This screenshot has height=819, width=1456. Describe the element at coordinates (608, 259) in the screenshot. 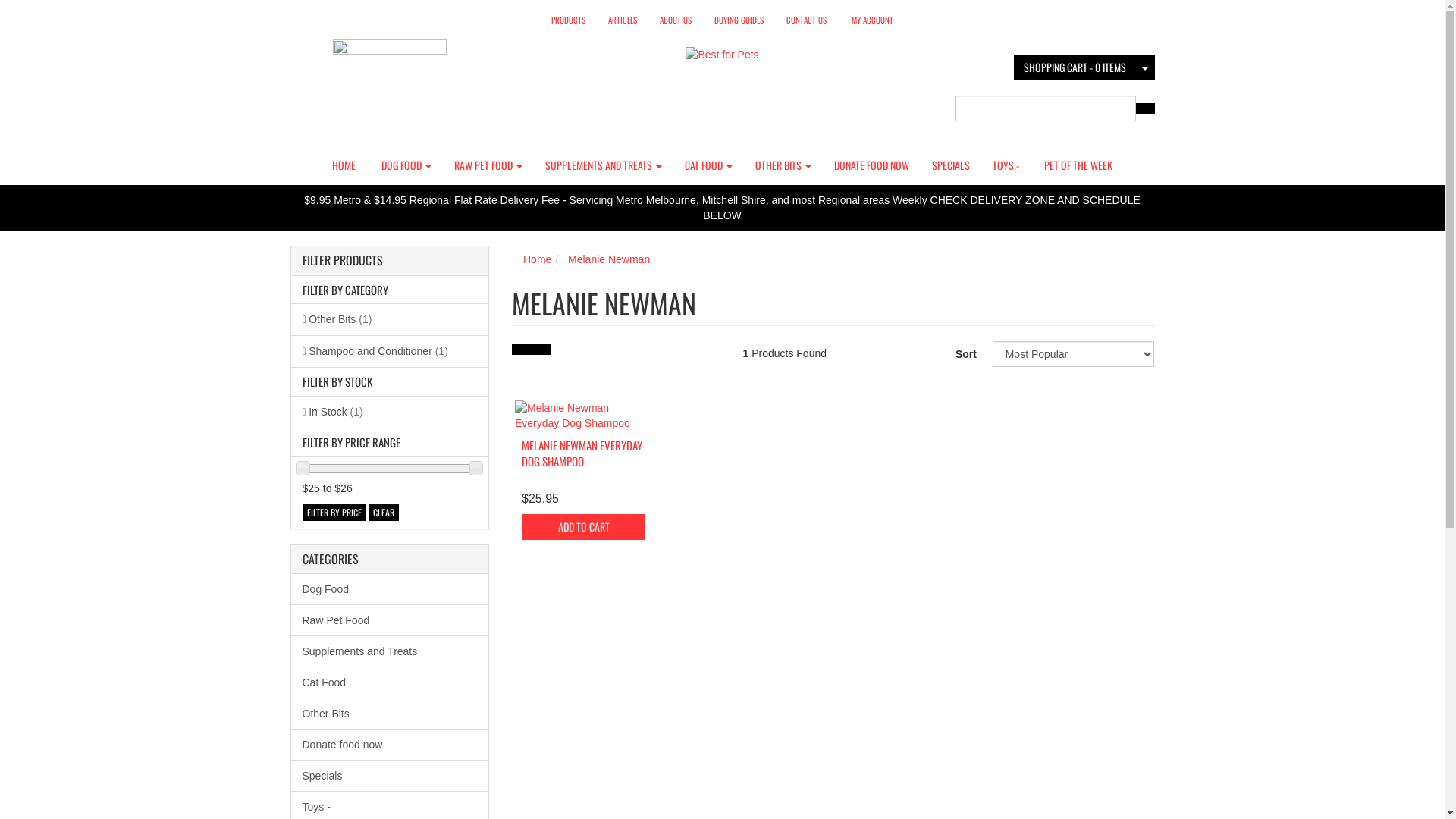

I see `'Melanie Newman'` at that location.